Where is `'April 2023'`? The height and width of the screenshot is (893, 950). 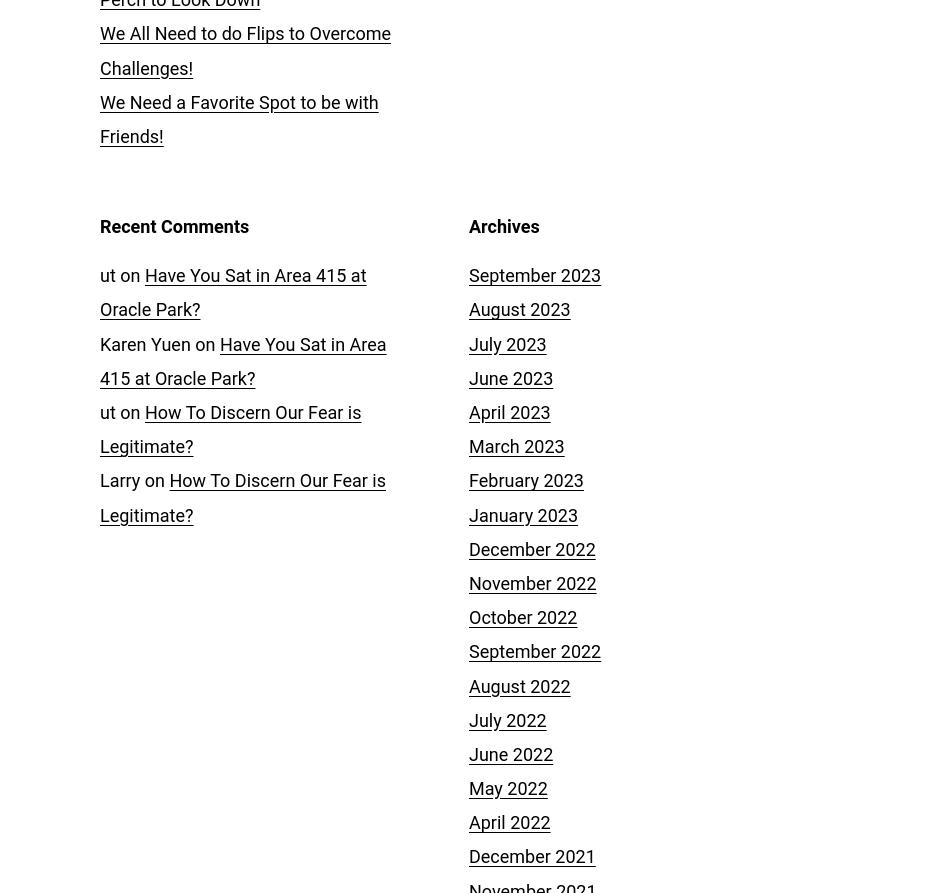
'April 2023' is located at coordinates (468, 412).